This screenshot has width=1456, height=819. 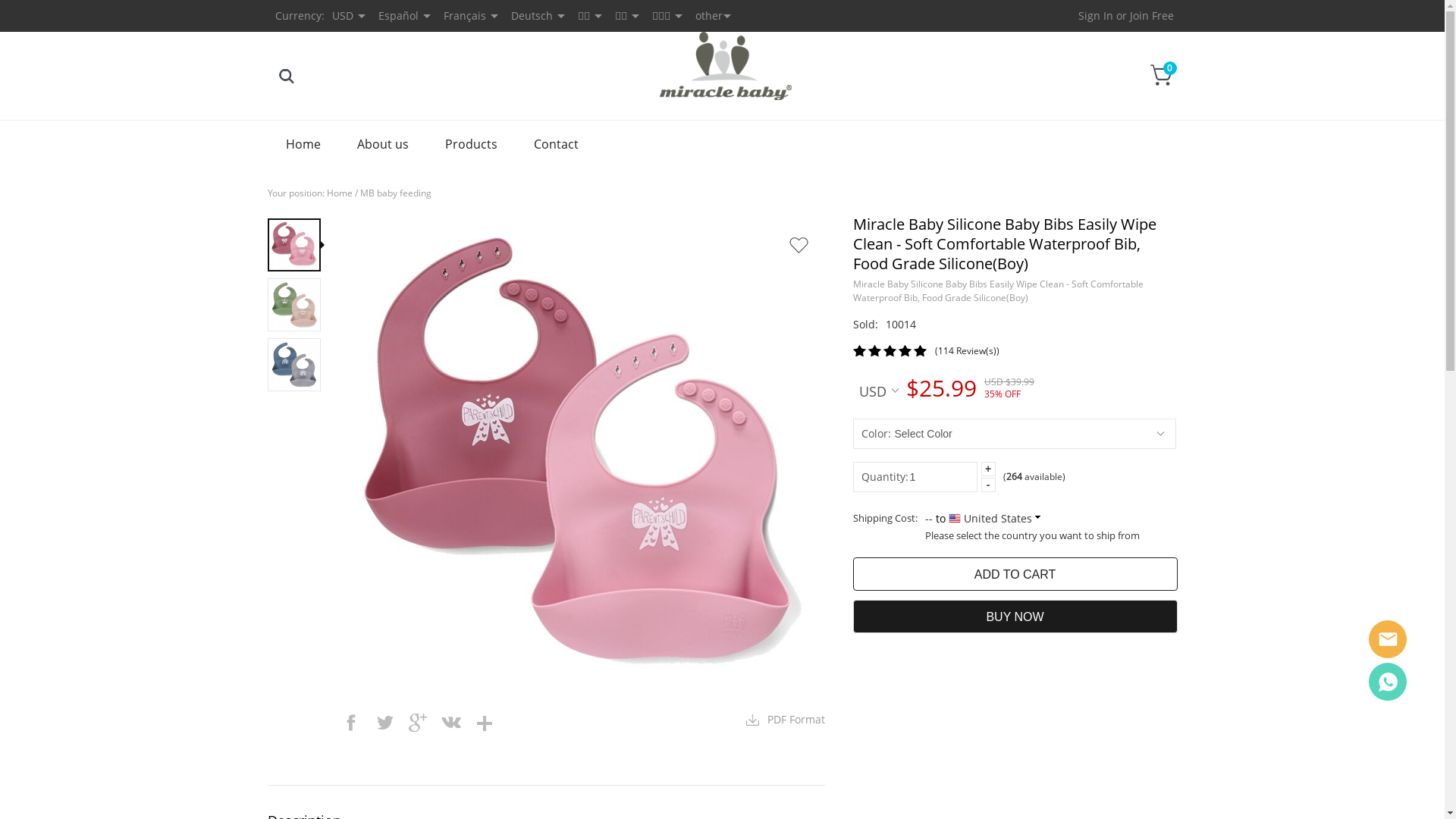 What do you see at coordinates (555, 143) in the screenshot?
I see `'Contact'` at bounding box center [555, 143].